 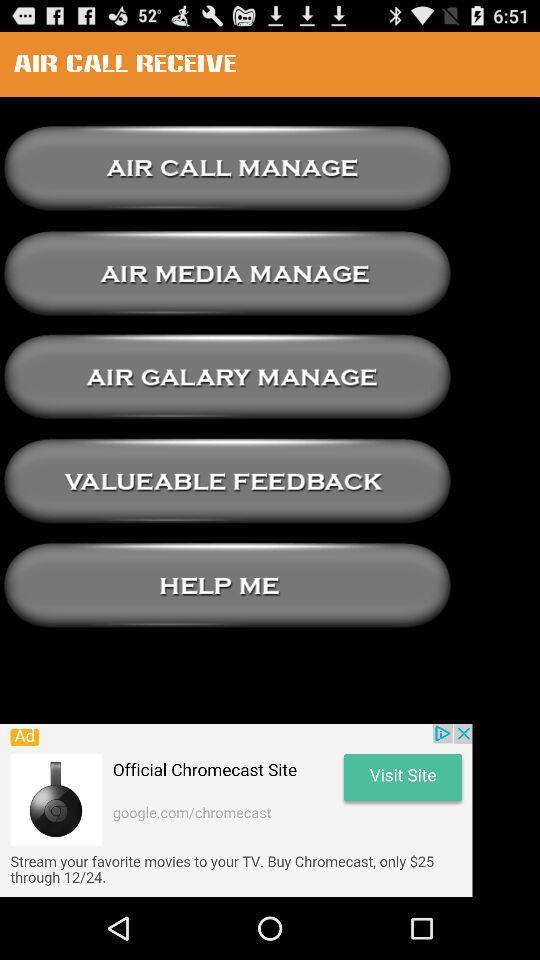 I want to click on open help me screen, so click(x=226, y=585).